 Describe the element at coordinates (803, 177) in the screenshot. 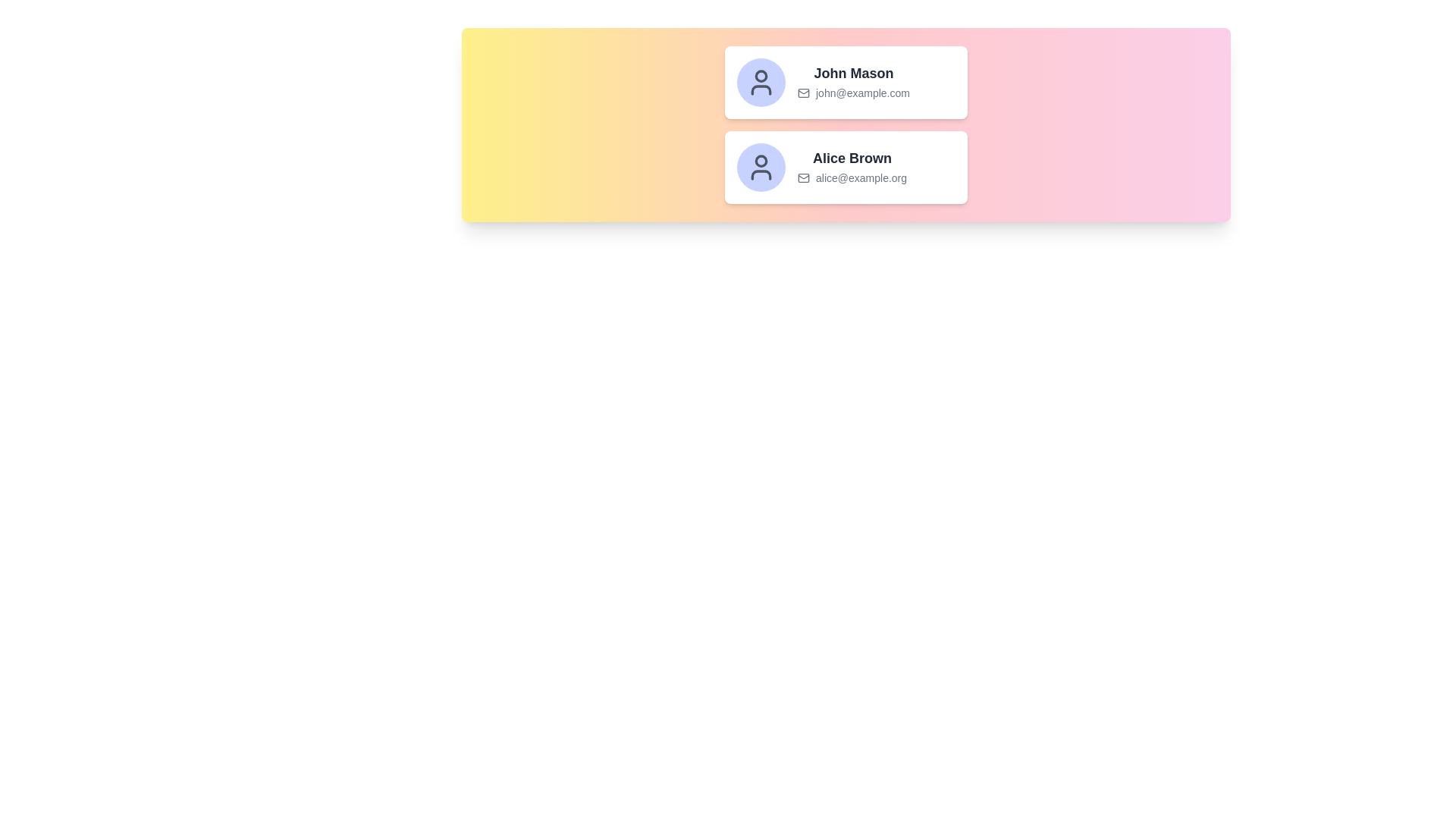

I see `the email icon located to the left of the email address 'alice@example.org' in the second contact card in the lower section of the panel` at that location.